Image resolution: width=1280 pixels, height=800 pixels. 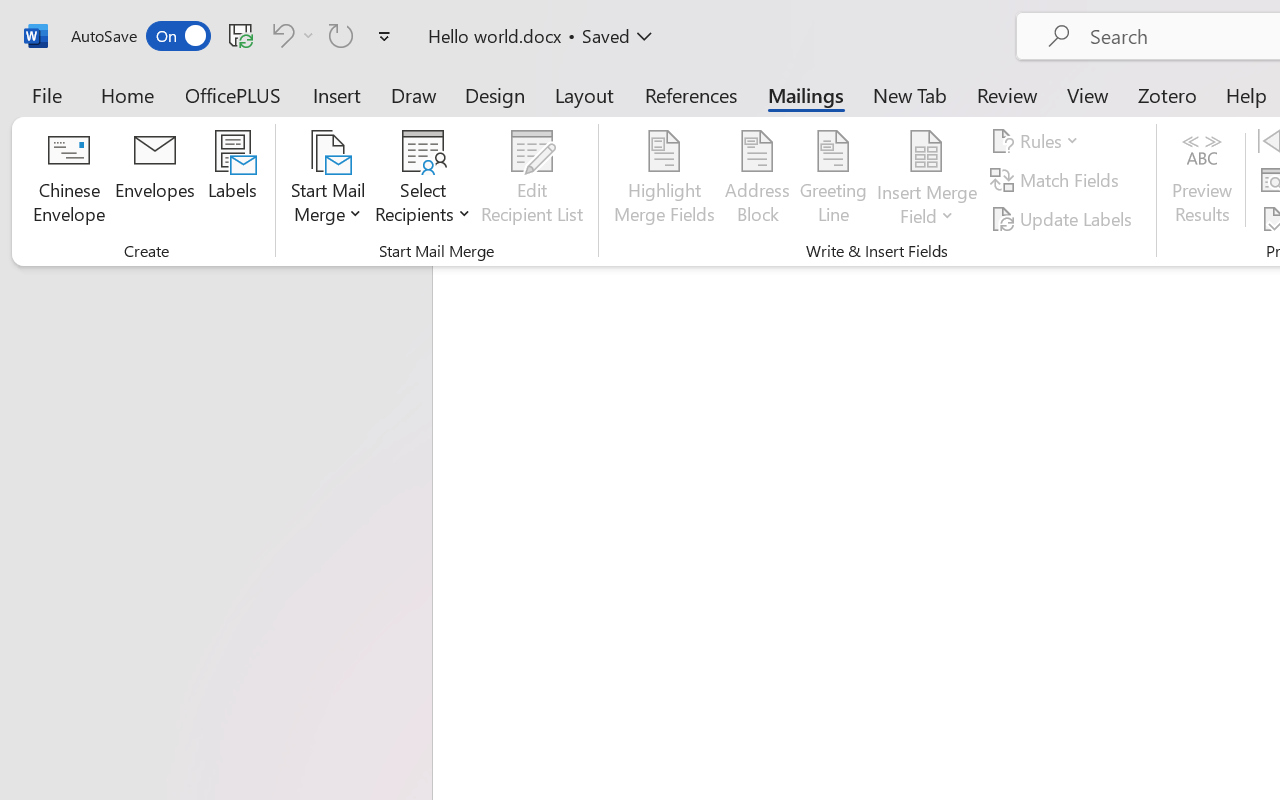 What do you see at coordinates (1167, 94) in the screenshot?
I see `'Zotero'` at bounding box center [1167, 94].